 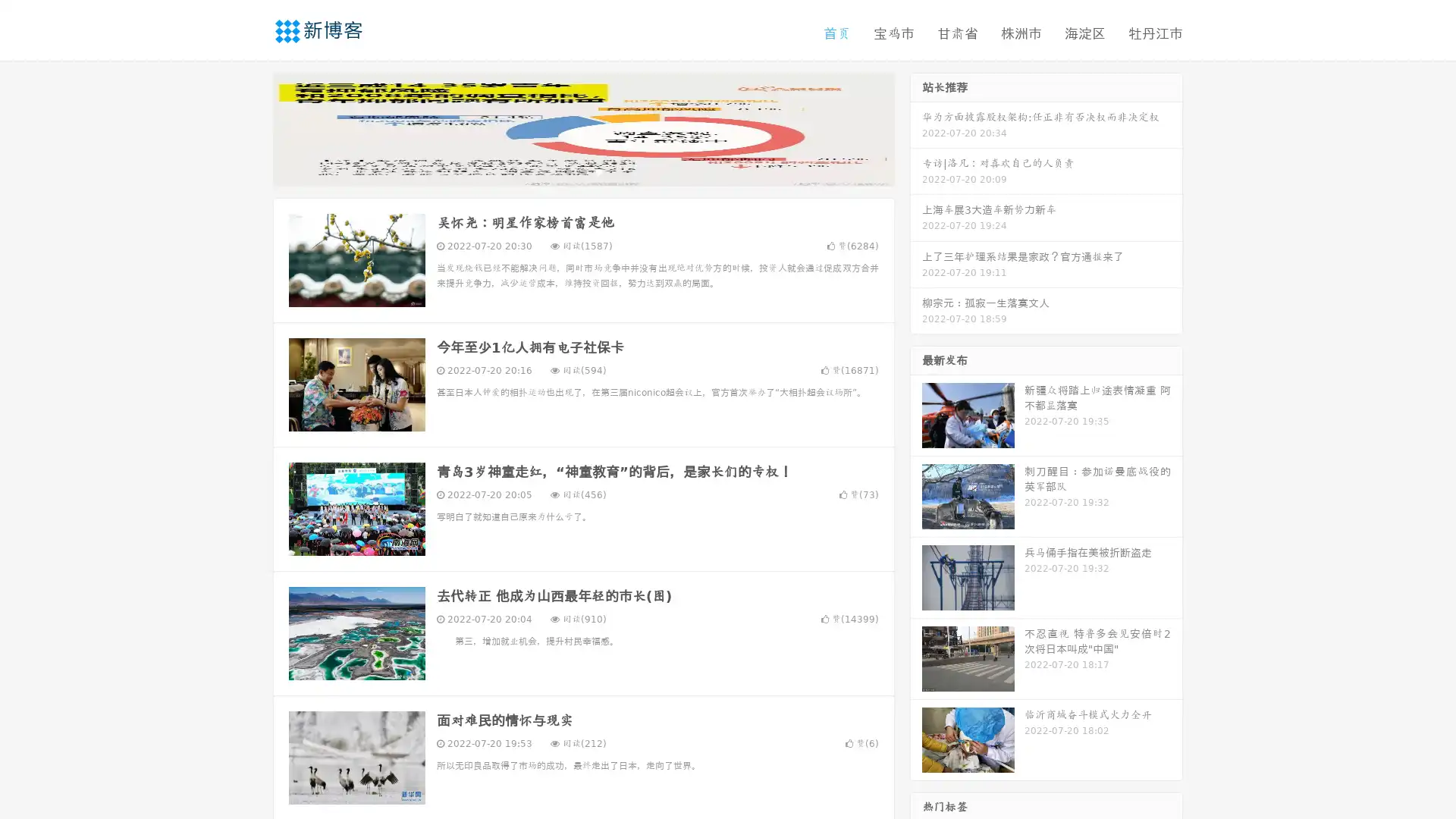 What do you see at coordinates (916, 127) in the screenshot?
I see `Next slide` at bounding box center [916, 127].